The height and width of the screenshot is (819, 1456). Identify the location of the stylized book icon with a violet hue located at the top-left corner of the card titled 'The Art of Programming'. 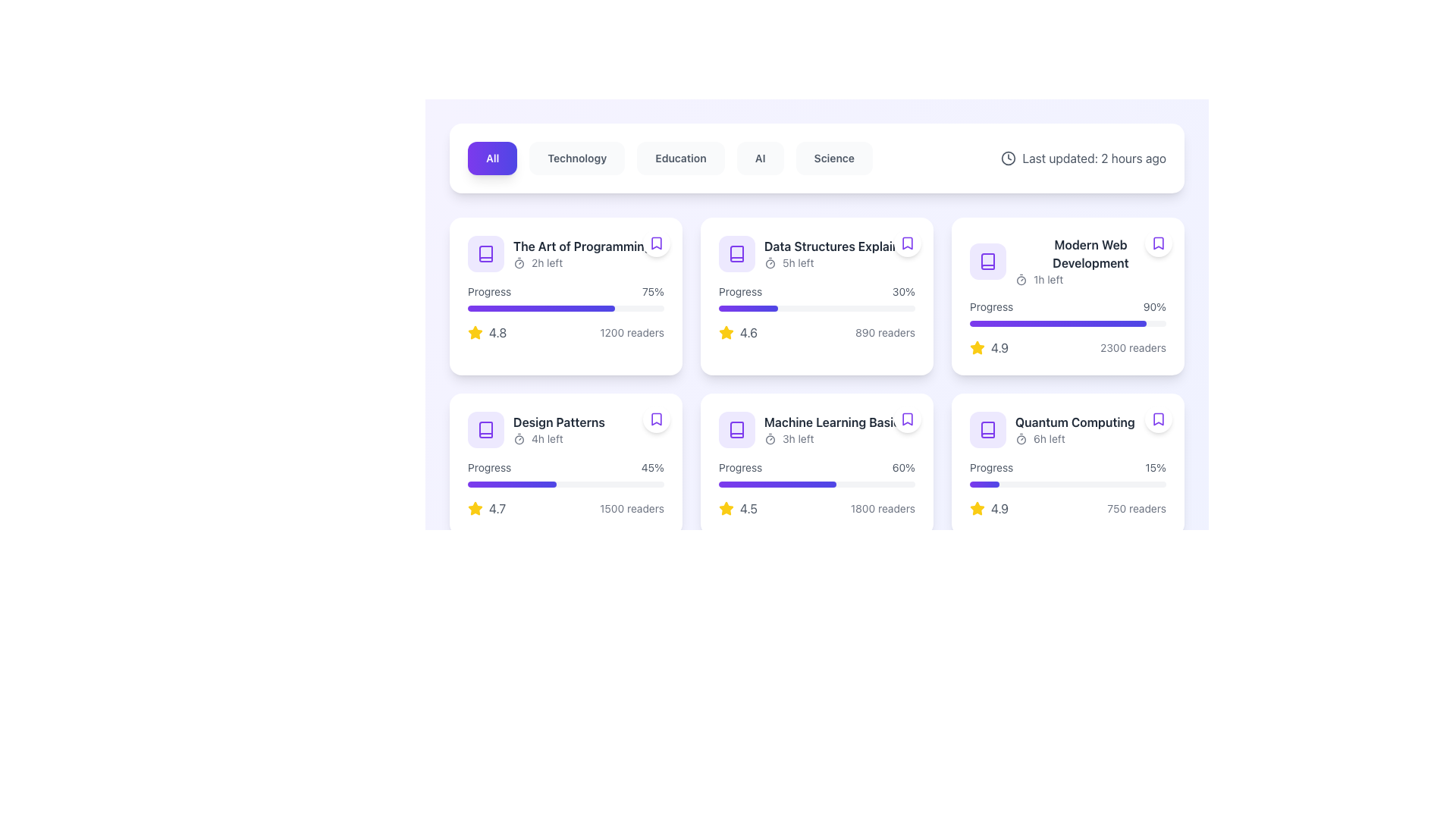
(486, 253).